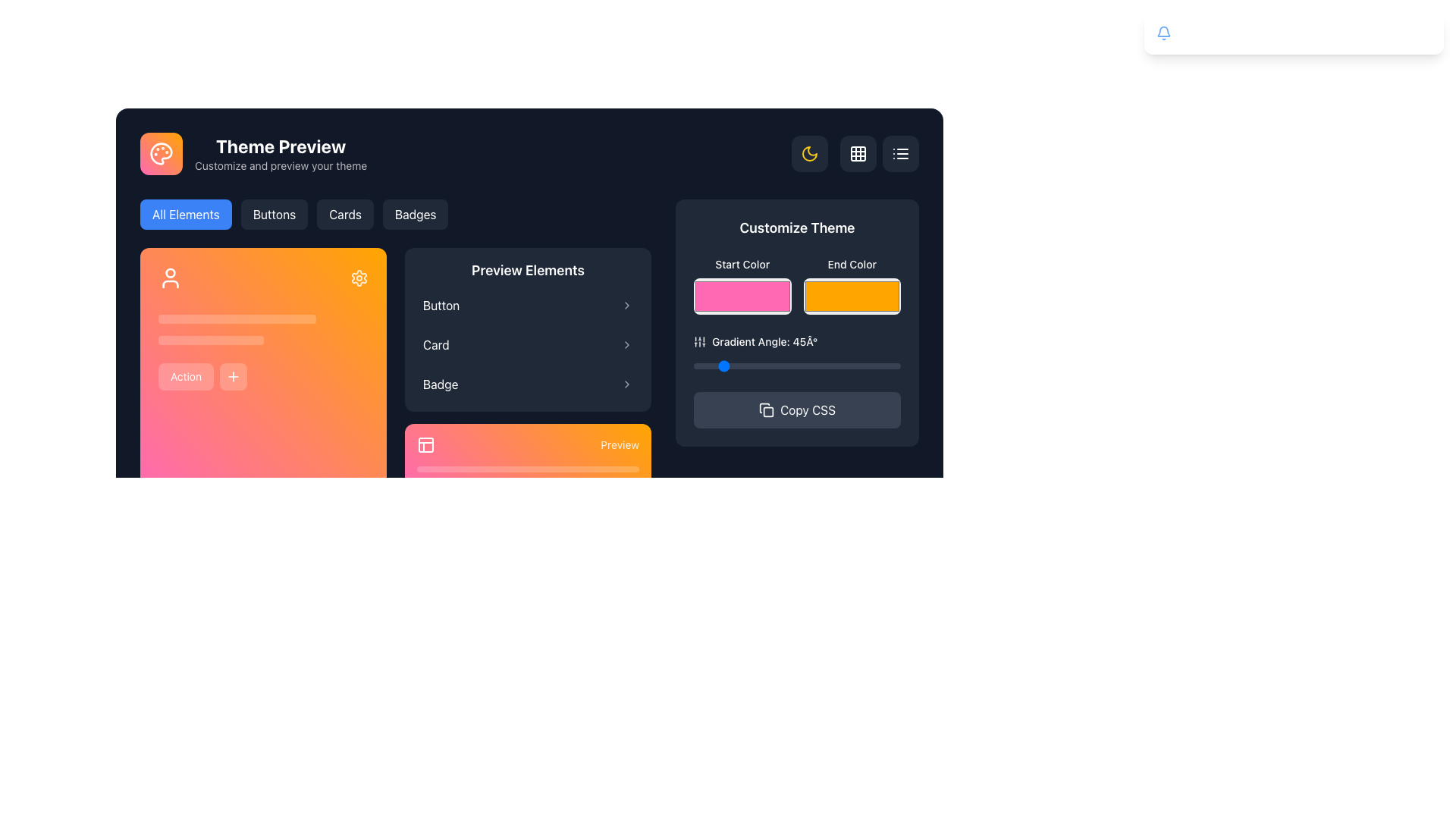  What do you see at coordinates (233, 376) in the screenshot?
I see `the addition button located in the lower half of the orange gradient card, positioned to the right of the 'Action' button` at bounding box center [233, 376].